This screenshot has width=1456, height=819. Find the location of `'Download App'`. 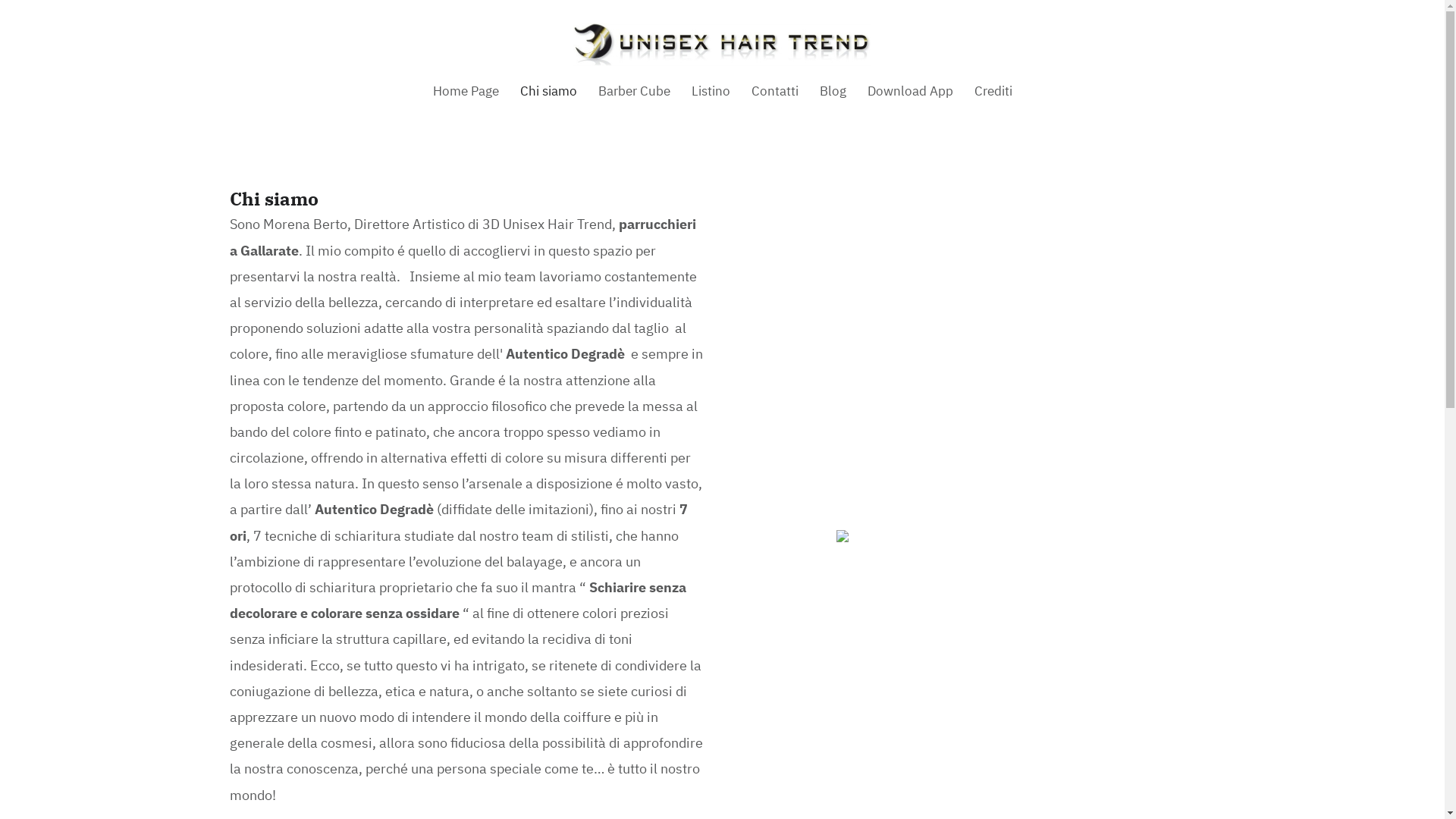

'Download App' is located at coordinates (910, 91).